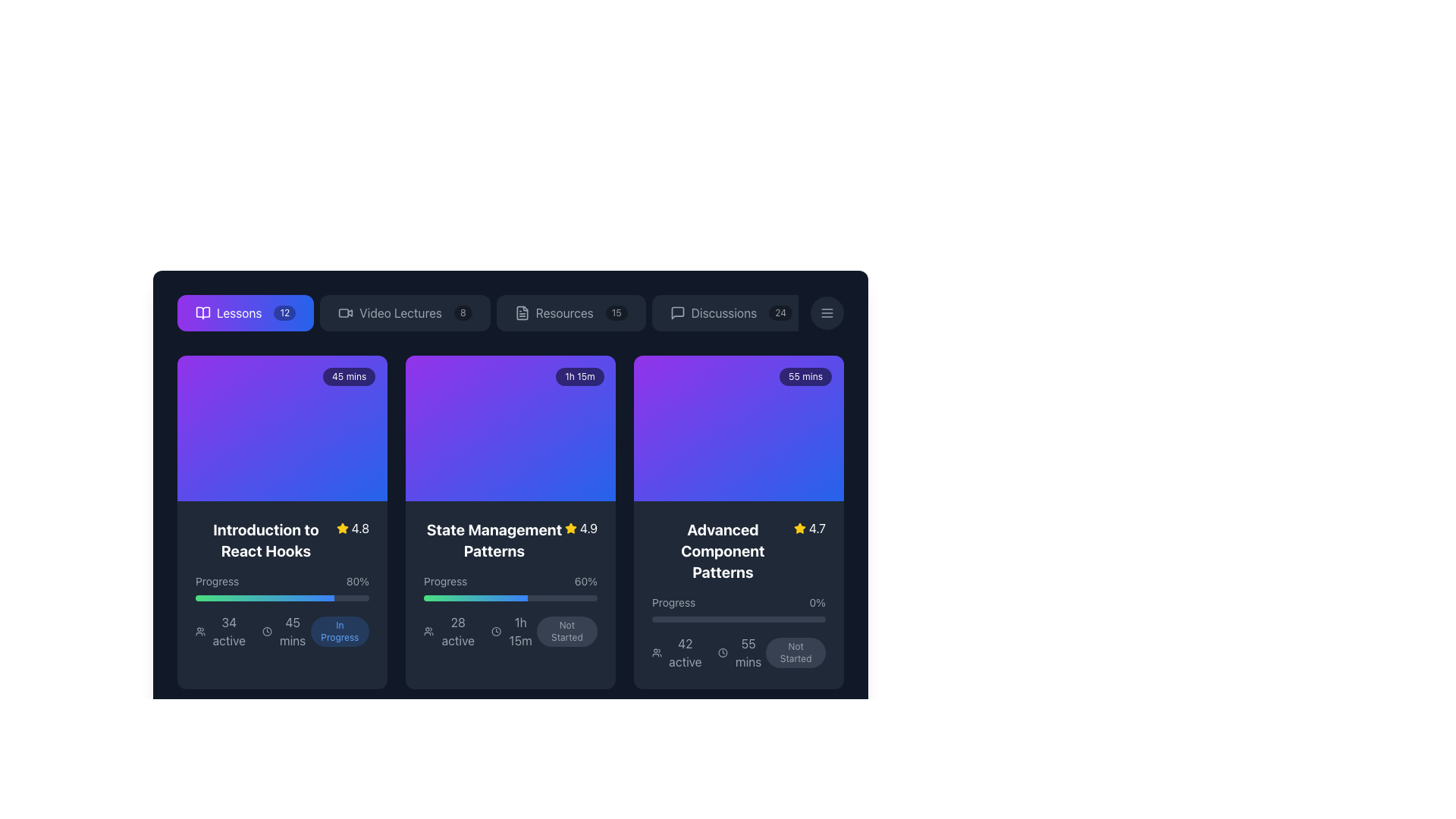 Image resolution: width=1456 pixels, height=819 pixels. Describe the element at coordinates (241, 598) in the screenshot. I see `the progress bar` at that location.